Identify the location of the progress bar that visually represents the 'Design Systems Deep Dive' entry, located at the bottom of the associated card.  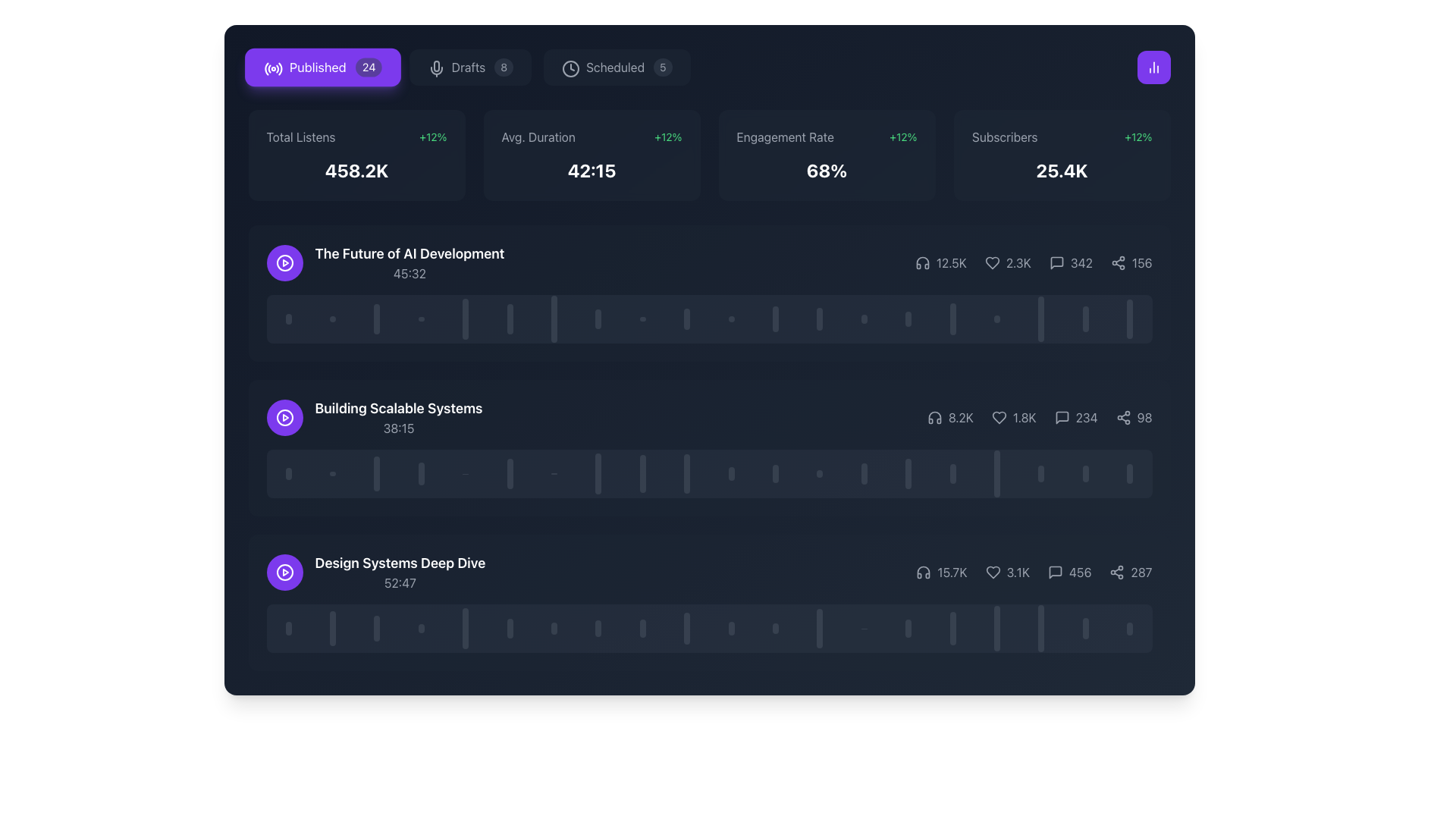
(708, 629).